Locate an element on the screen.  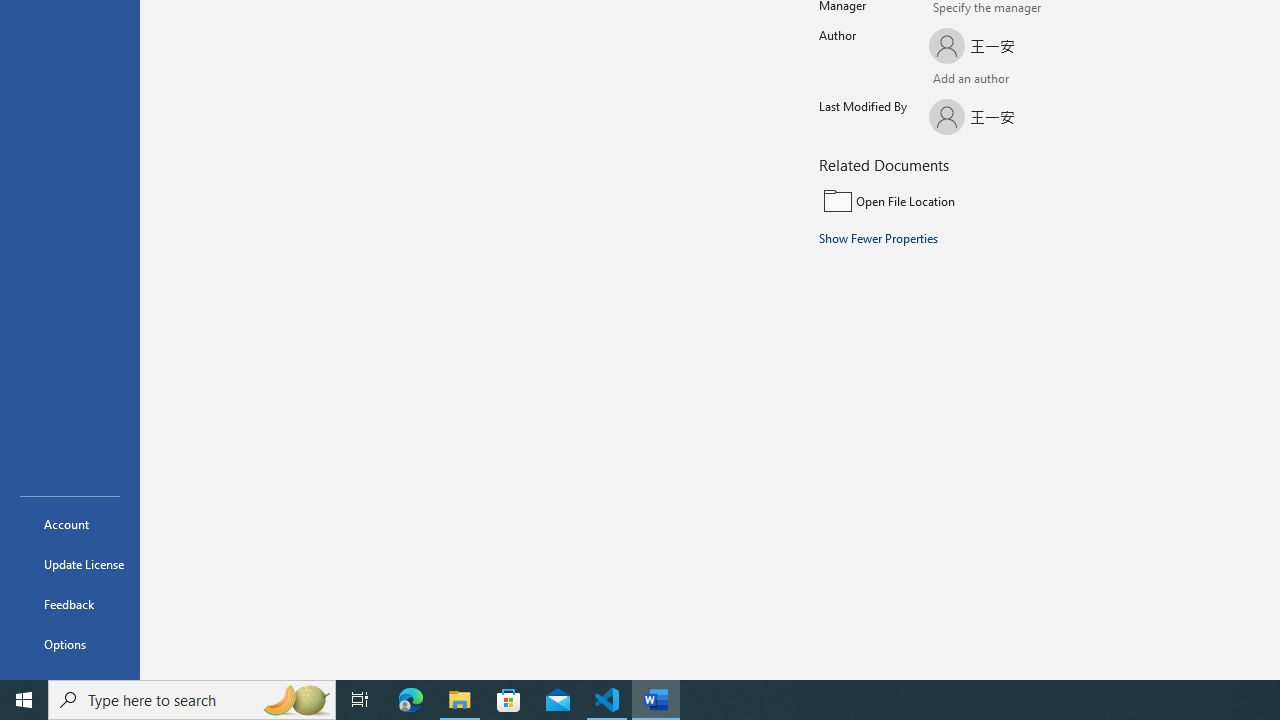
'Account' is located at coordinates (69, 523).